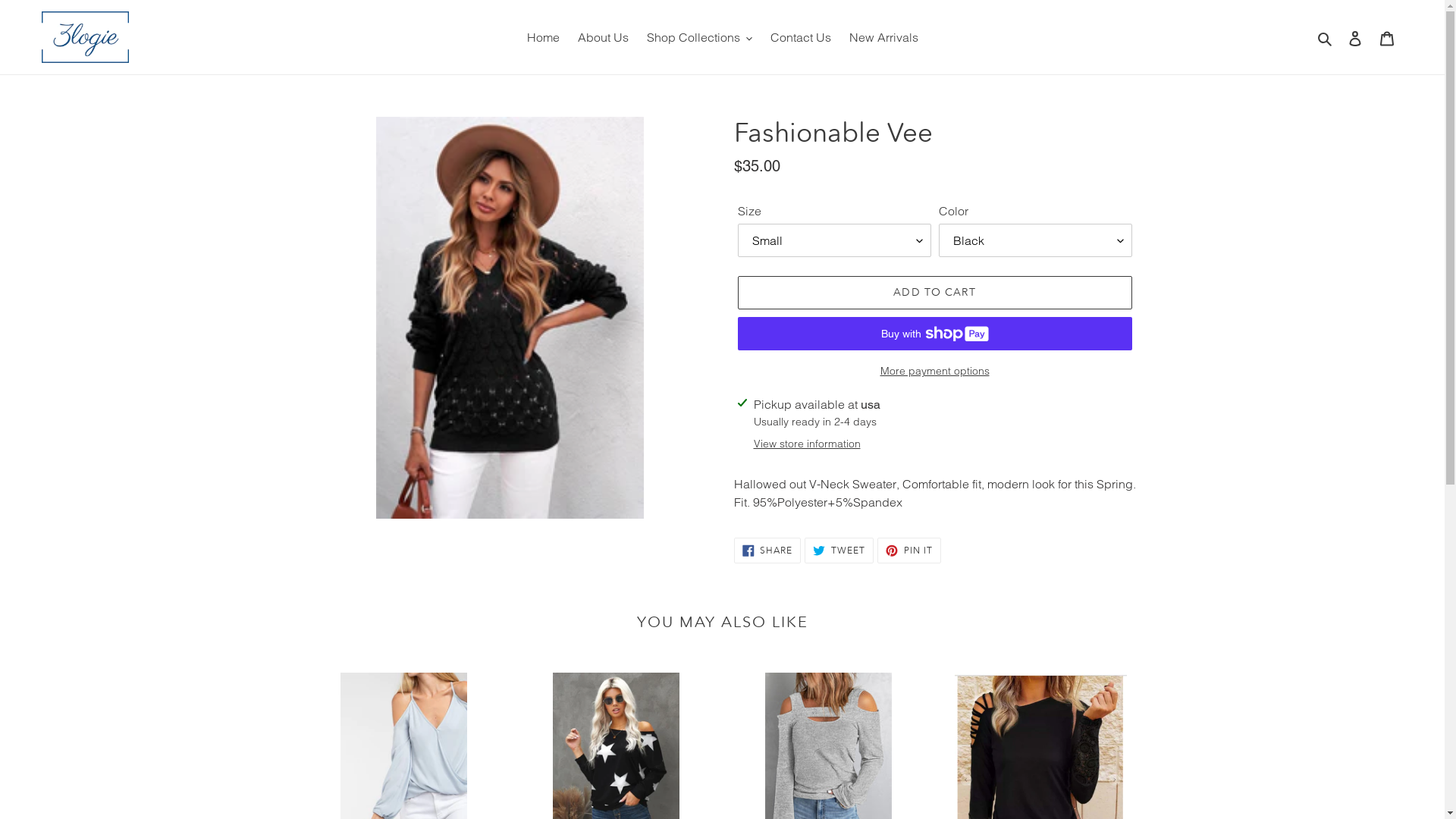  I want to click on 'Cart', so click(1386, 36).